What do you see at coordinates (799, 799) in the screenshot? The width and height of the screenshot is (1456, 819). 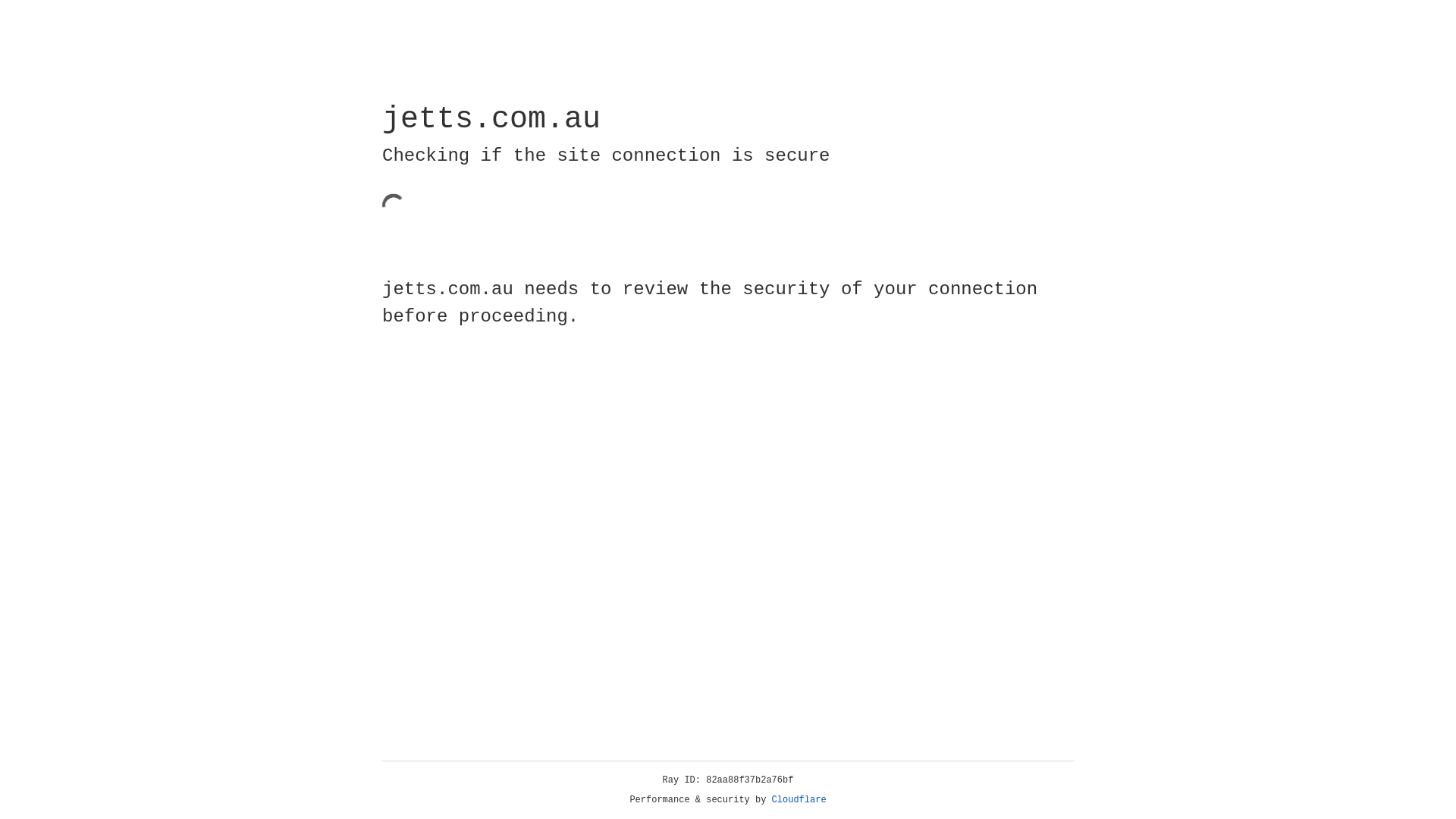 I see `'Cloudflare'` at bounding box center [799, 799].